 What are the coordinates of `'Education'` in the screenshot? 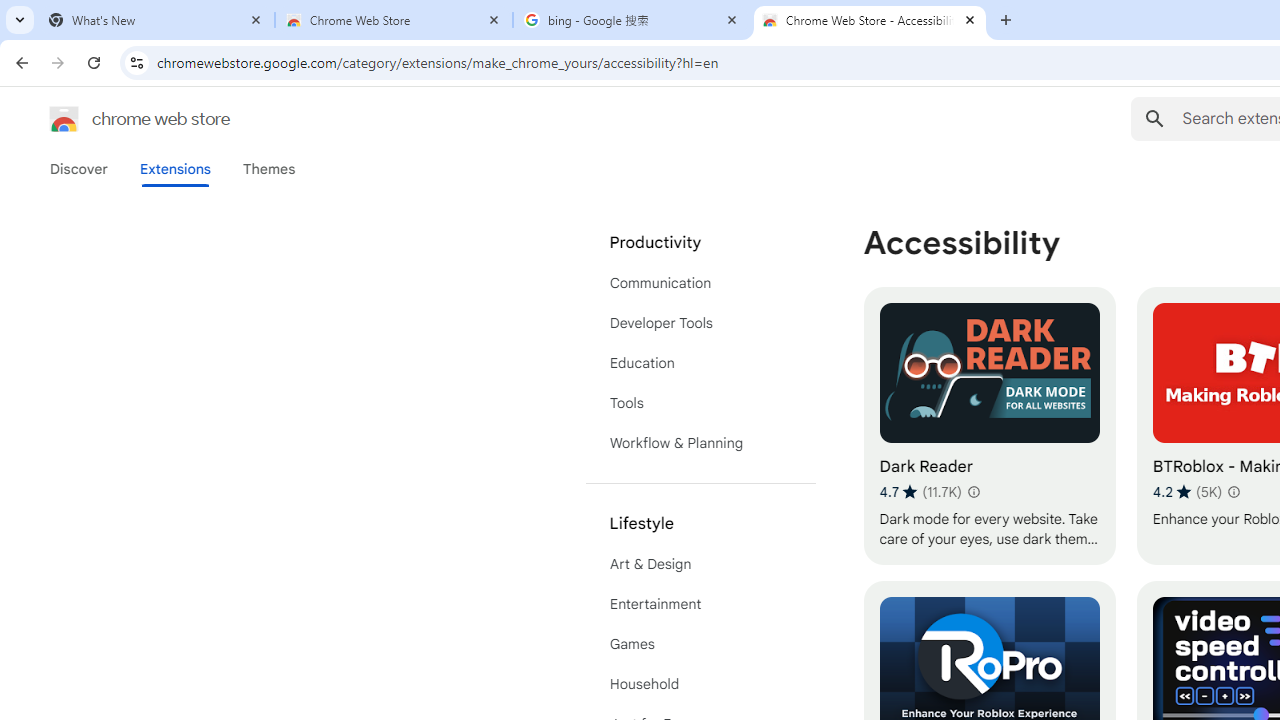 It's located at (700, 362).